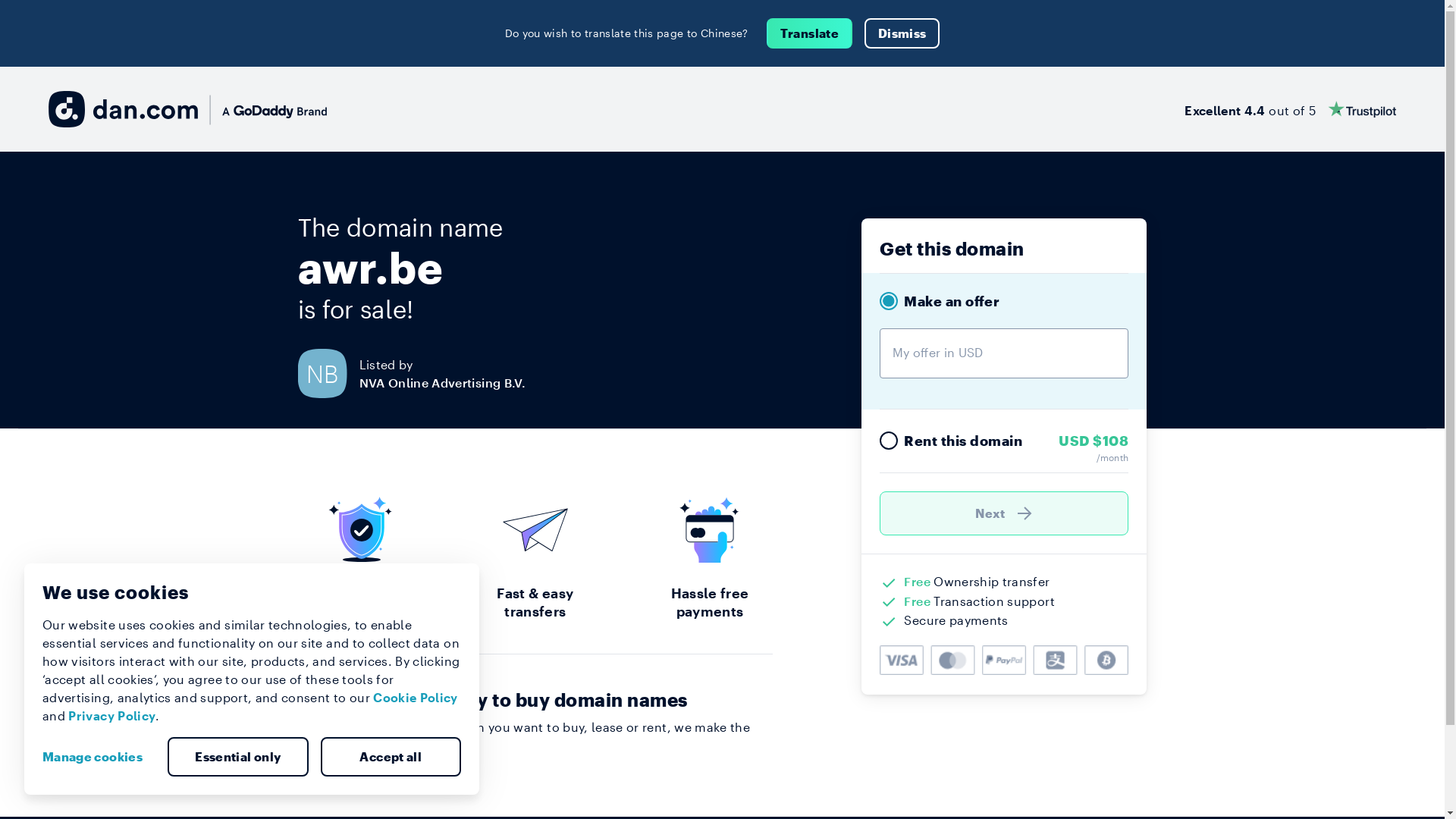 Image resolution: width=1456 pixels, height=819 pixels. I want to click on 'Manage cookies', so click(97, 757).